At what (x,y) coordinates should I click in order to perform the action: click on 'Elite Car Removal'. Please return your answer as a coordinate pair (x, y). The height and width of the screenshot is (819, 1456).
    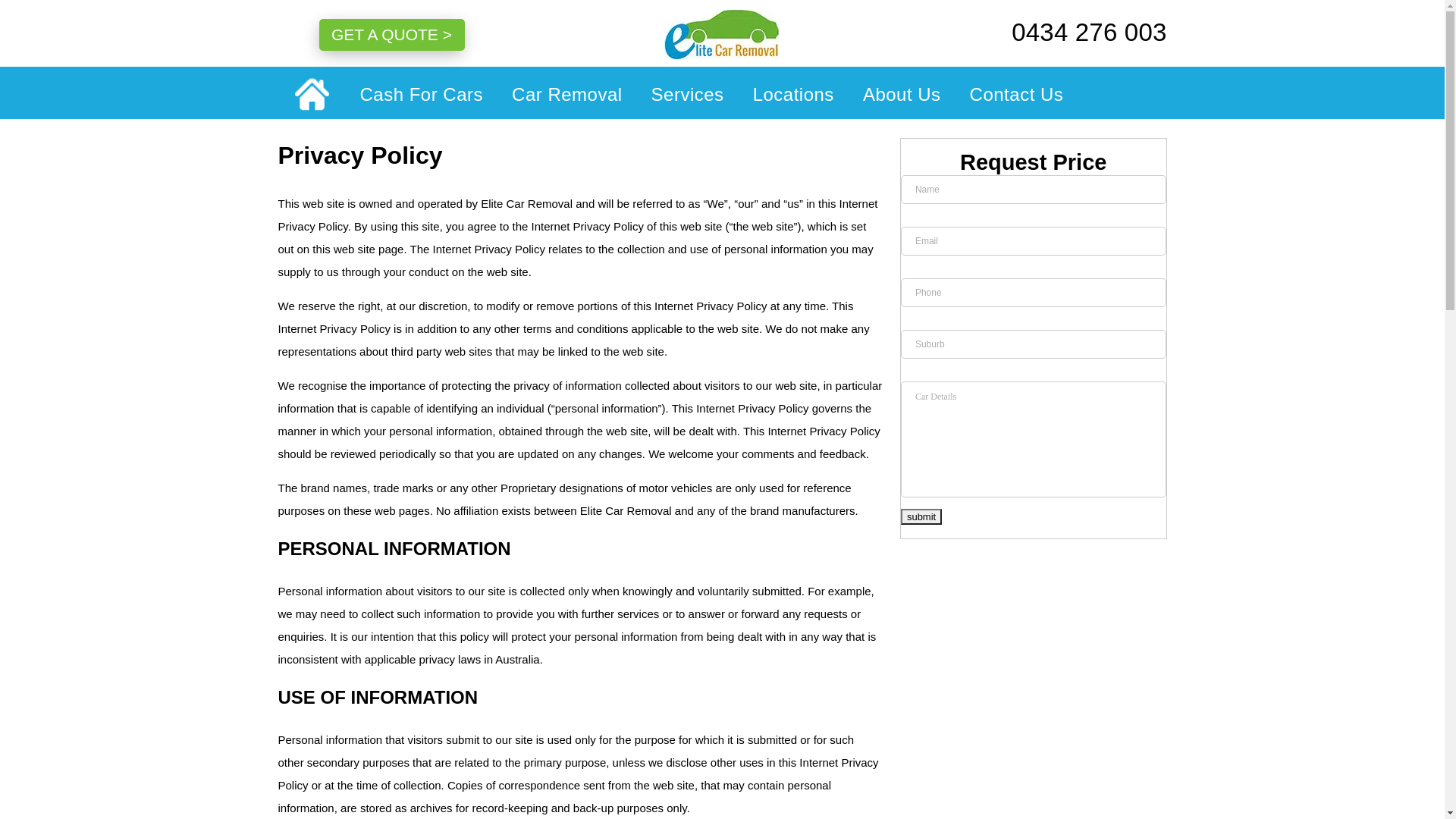
    Looking at the image, I should click on (722, 34).